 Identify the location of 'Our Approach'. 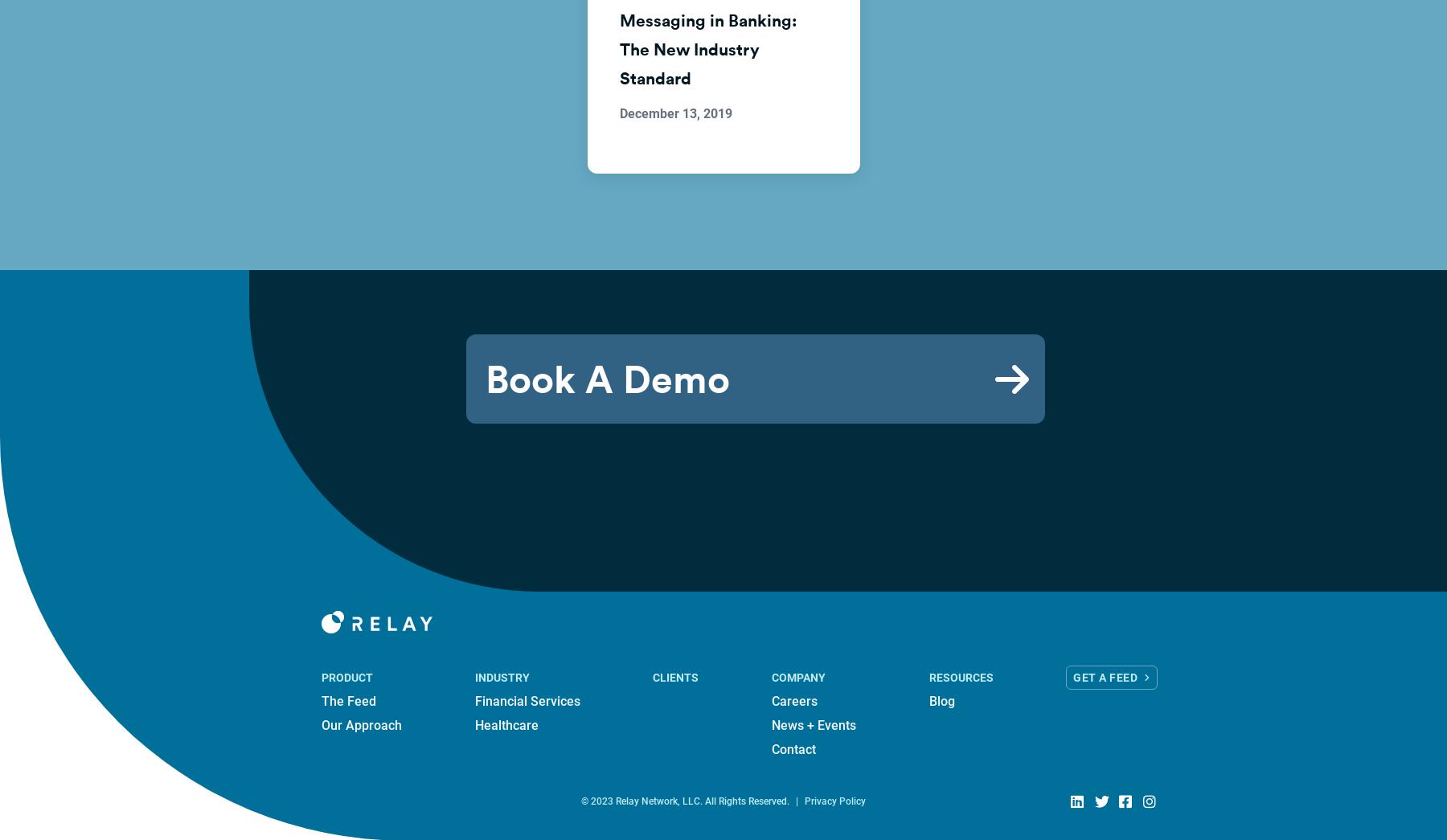
(321, 725).